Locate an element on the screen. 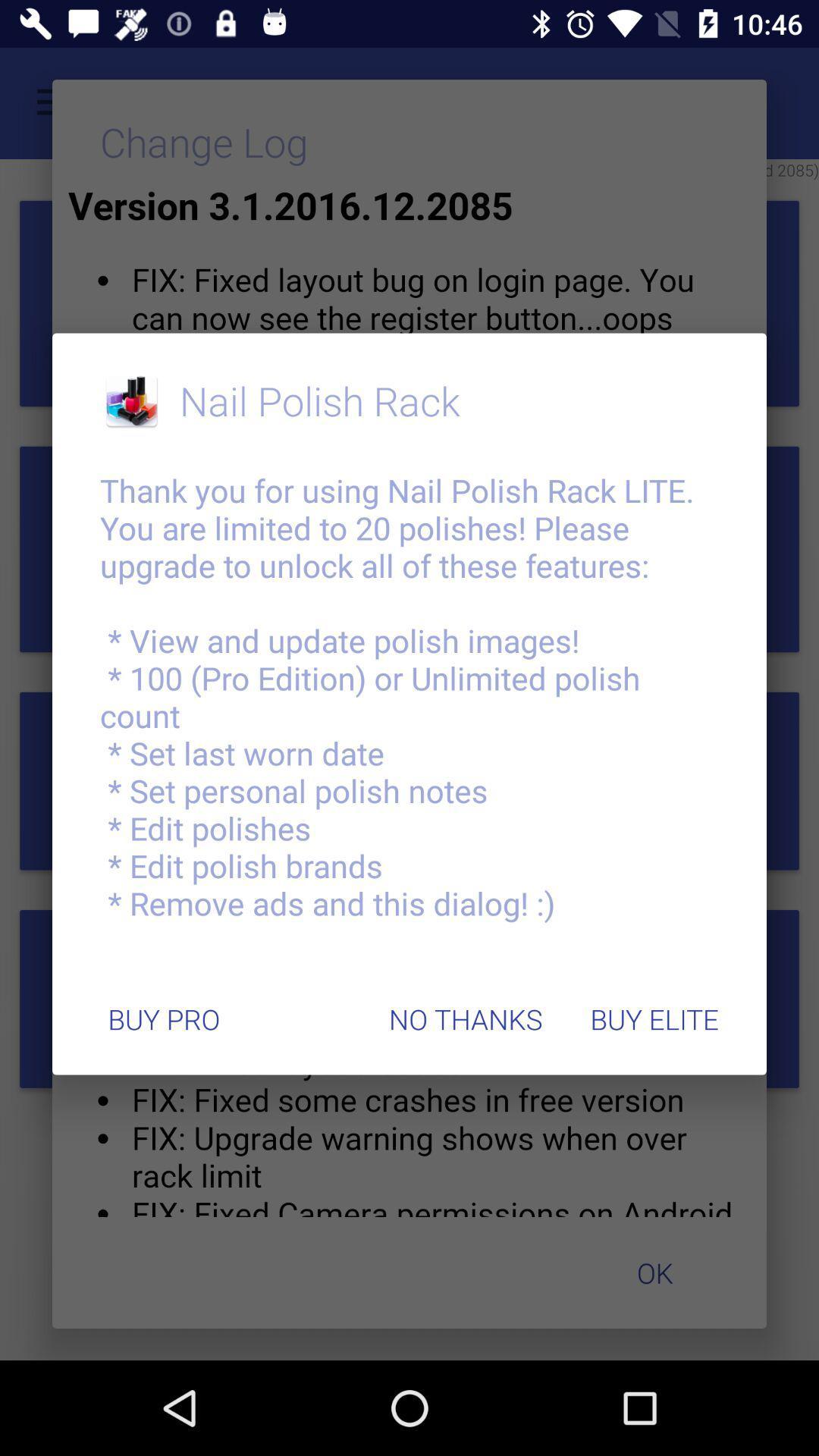  the item below the thank you for item is located at coordinates (465, 1019).